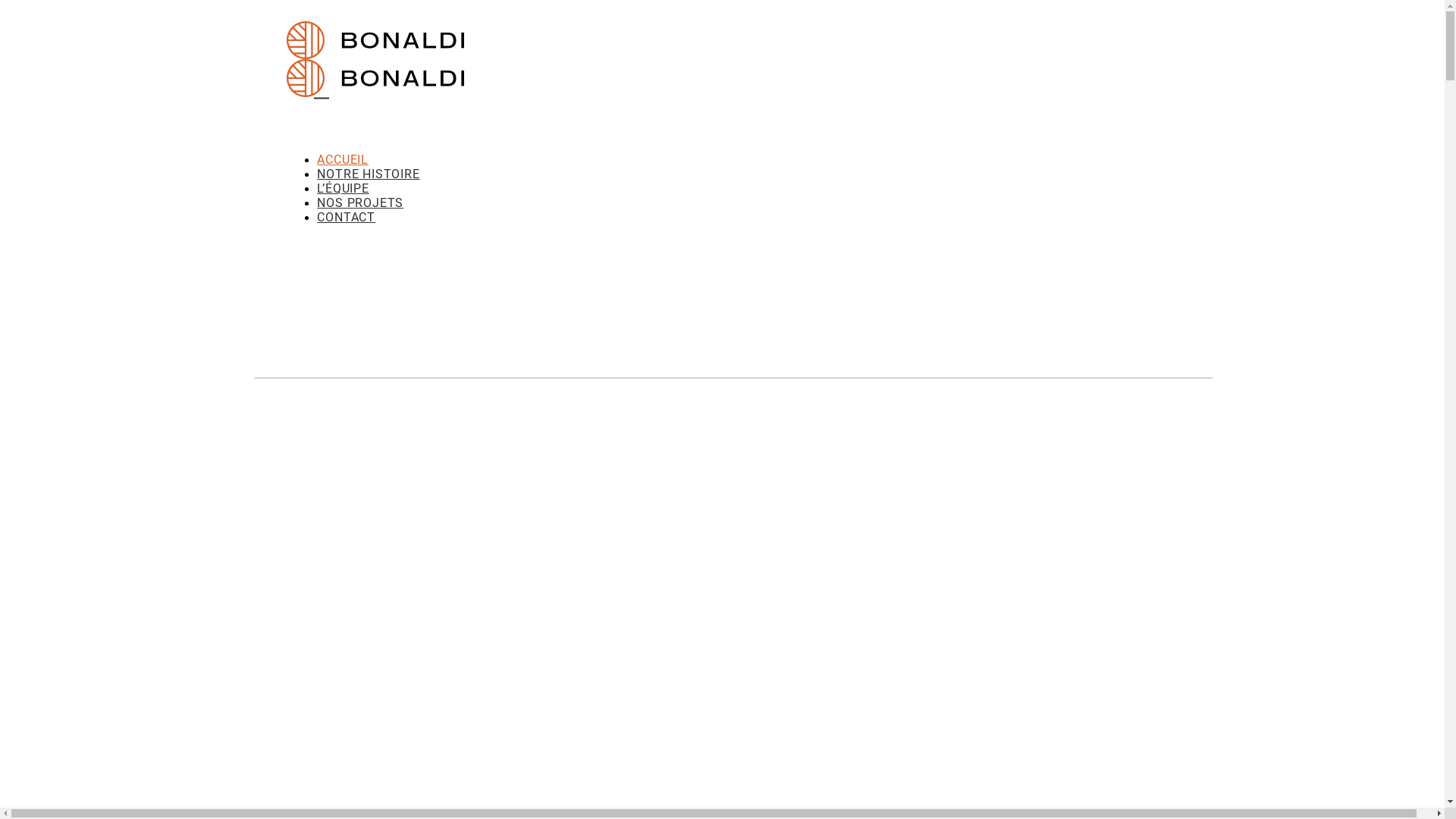  What do you see at coordinates (368, 173) in the screenshot?
I see `'NOTRE HISTOIRE'` at bounding box center [368, 173].